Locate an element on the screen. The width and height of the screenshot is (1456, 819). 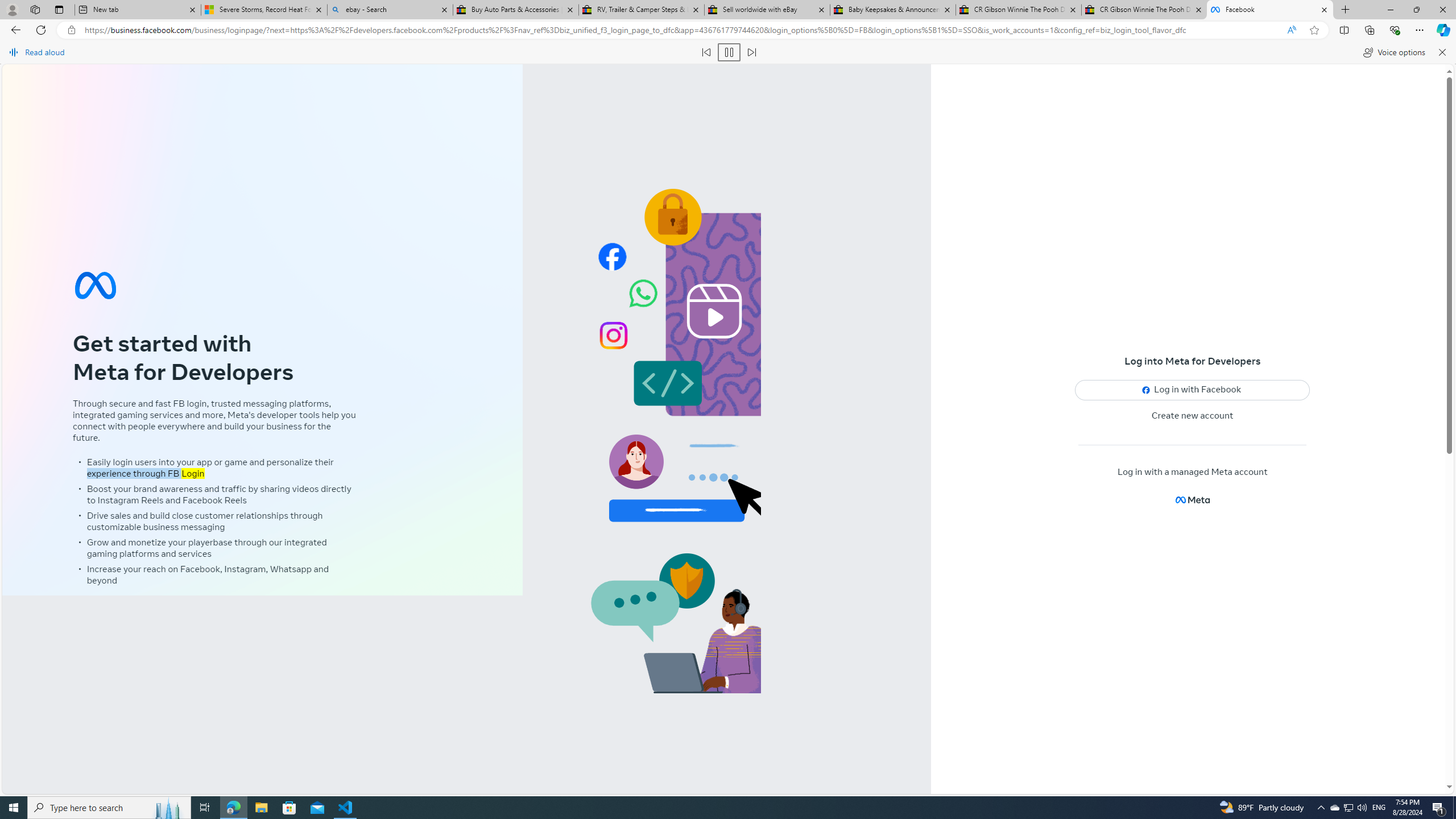
'RV, Trailer & Camper Steps & Ladders for sale | eBay' is located at coordinates (640, 9).